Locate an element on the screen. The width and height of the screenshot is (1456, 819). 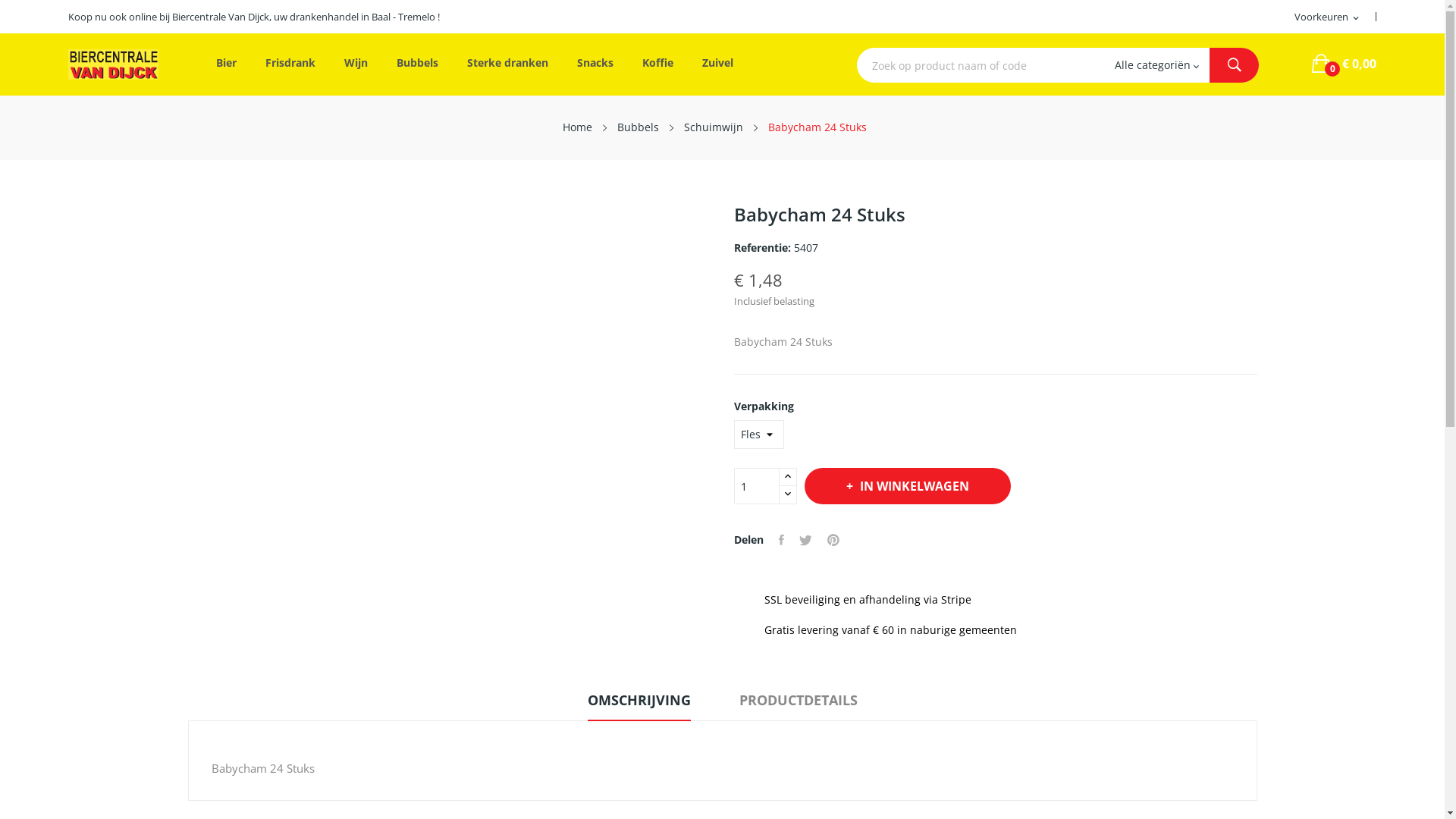
'Sterke dranken' is located at coordinates (507, 63).